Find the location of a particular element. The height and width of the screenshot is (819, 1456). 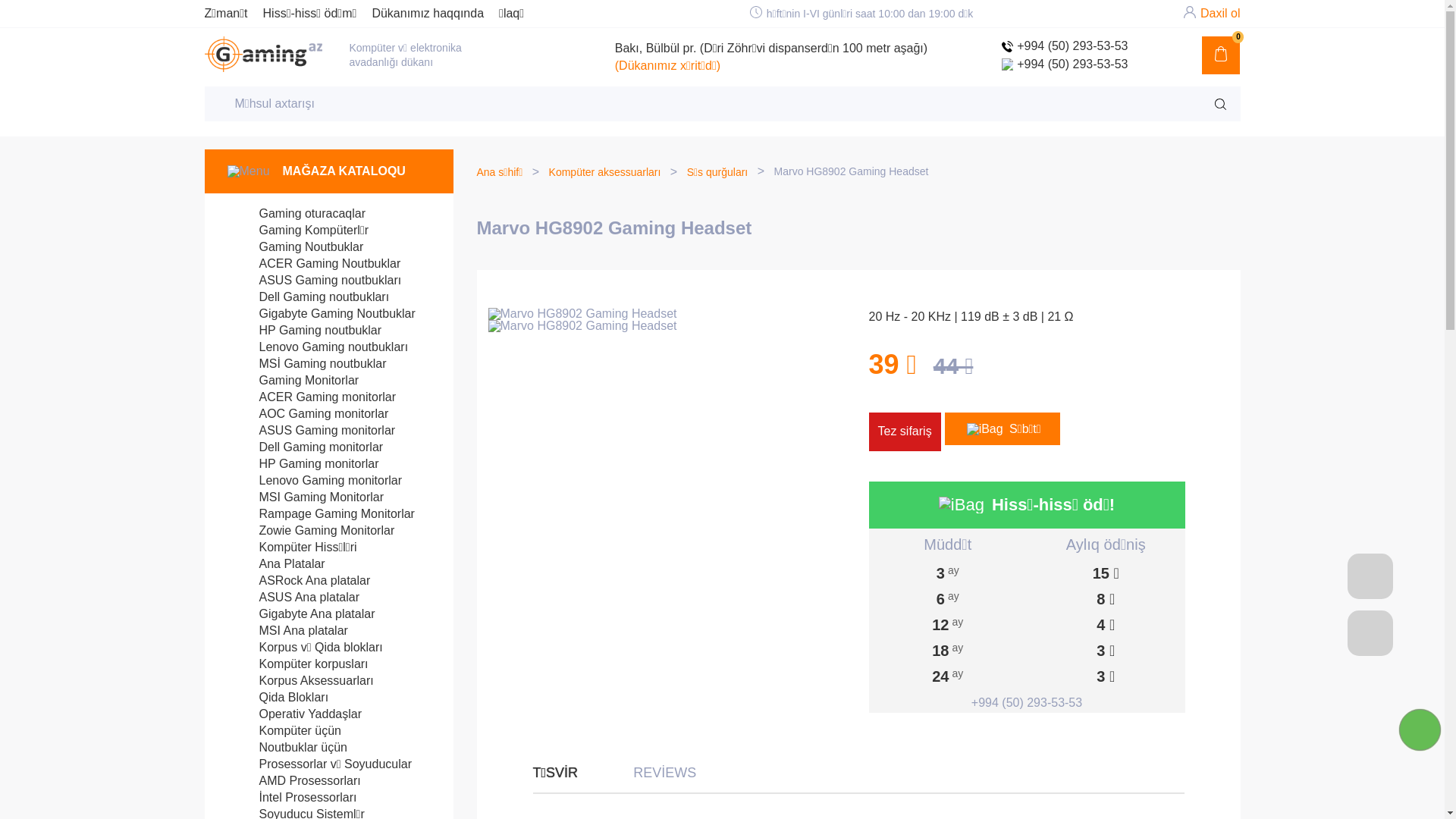

'ACER Gaming monitorlar' is located at coordinates (311, 396).